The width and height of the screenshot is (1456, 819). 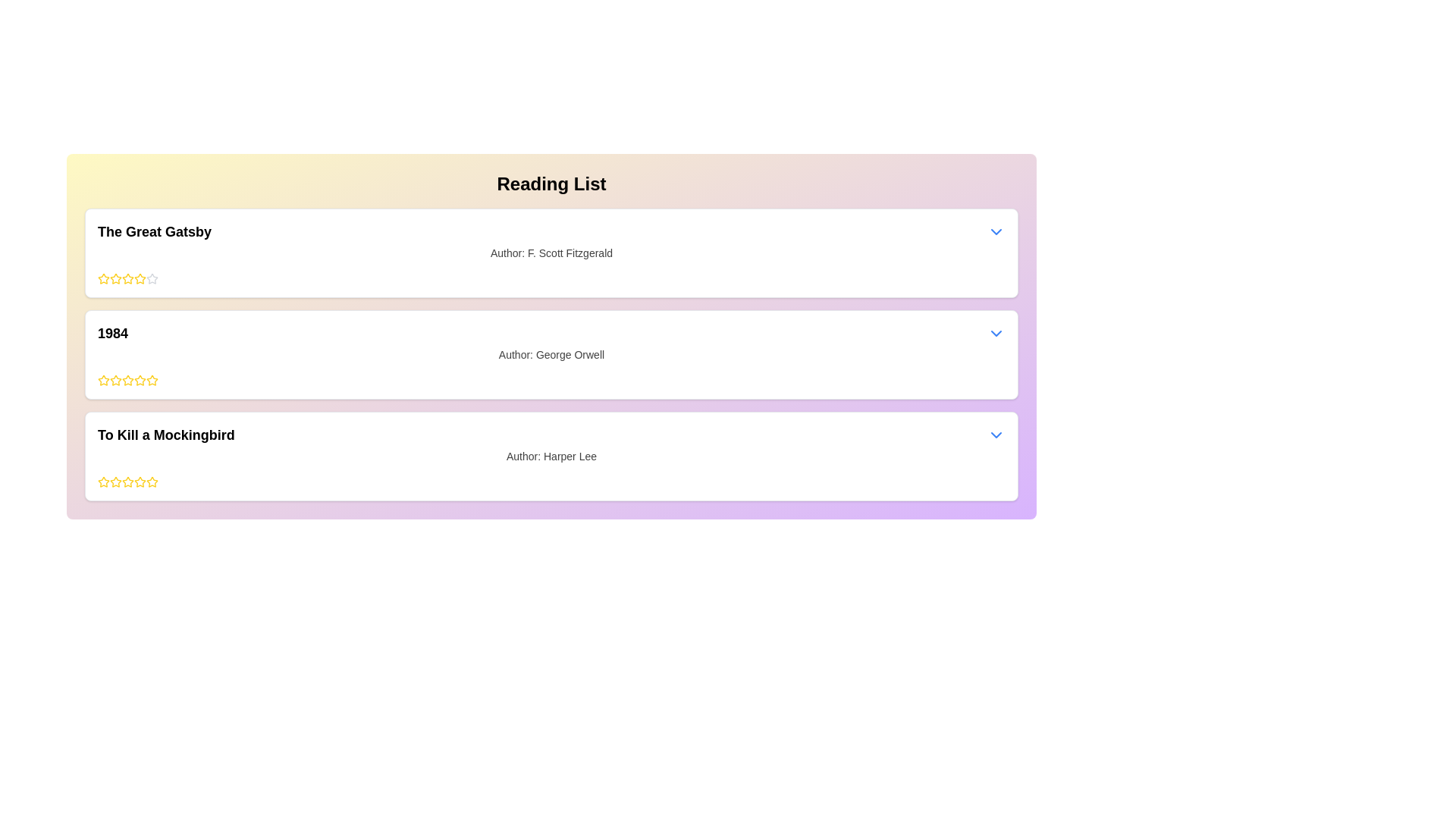 What do you see at coordinates (996, 231) in the screenshot?
I see `the blue downwards chevron icon that acts as a dropdown trigger, located to the far right of the title 'The Great Gatsby', to receive possible visual feedback` at bounding box center [996, 231].